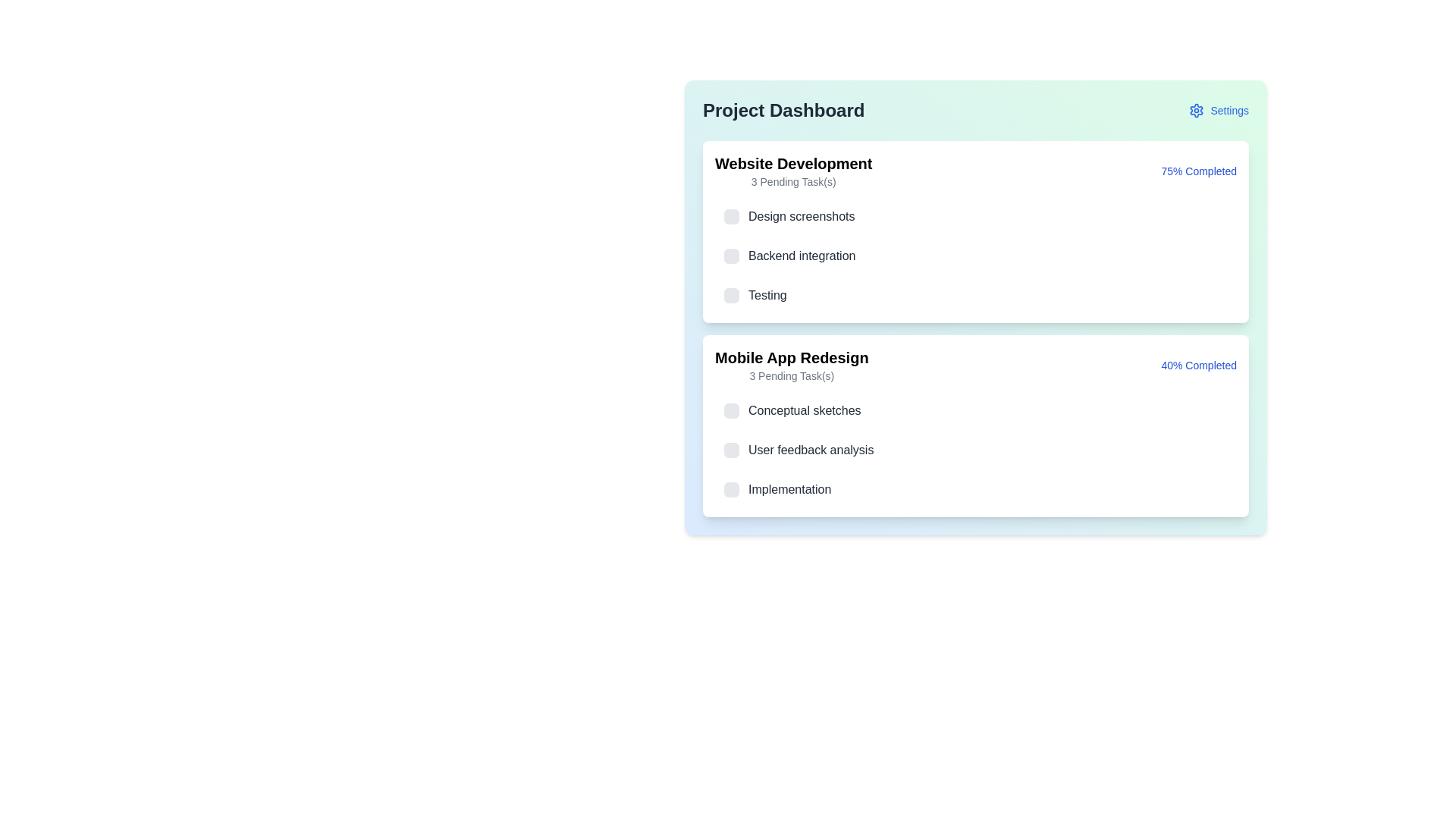 The image size is (1456, 819). Describe the element at coordinates (731, 256) in the screenshot. I see `the checkbox for 'Backend integration' in the 'Website Development' section of the Project Dashboard` at that location.